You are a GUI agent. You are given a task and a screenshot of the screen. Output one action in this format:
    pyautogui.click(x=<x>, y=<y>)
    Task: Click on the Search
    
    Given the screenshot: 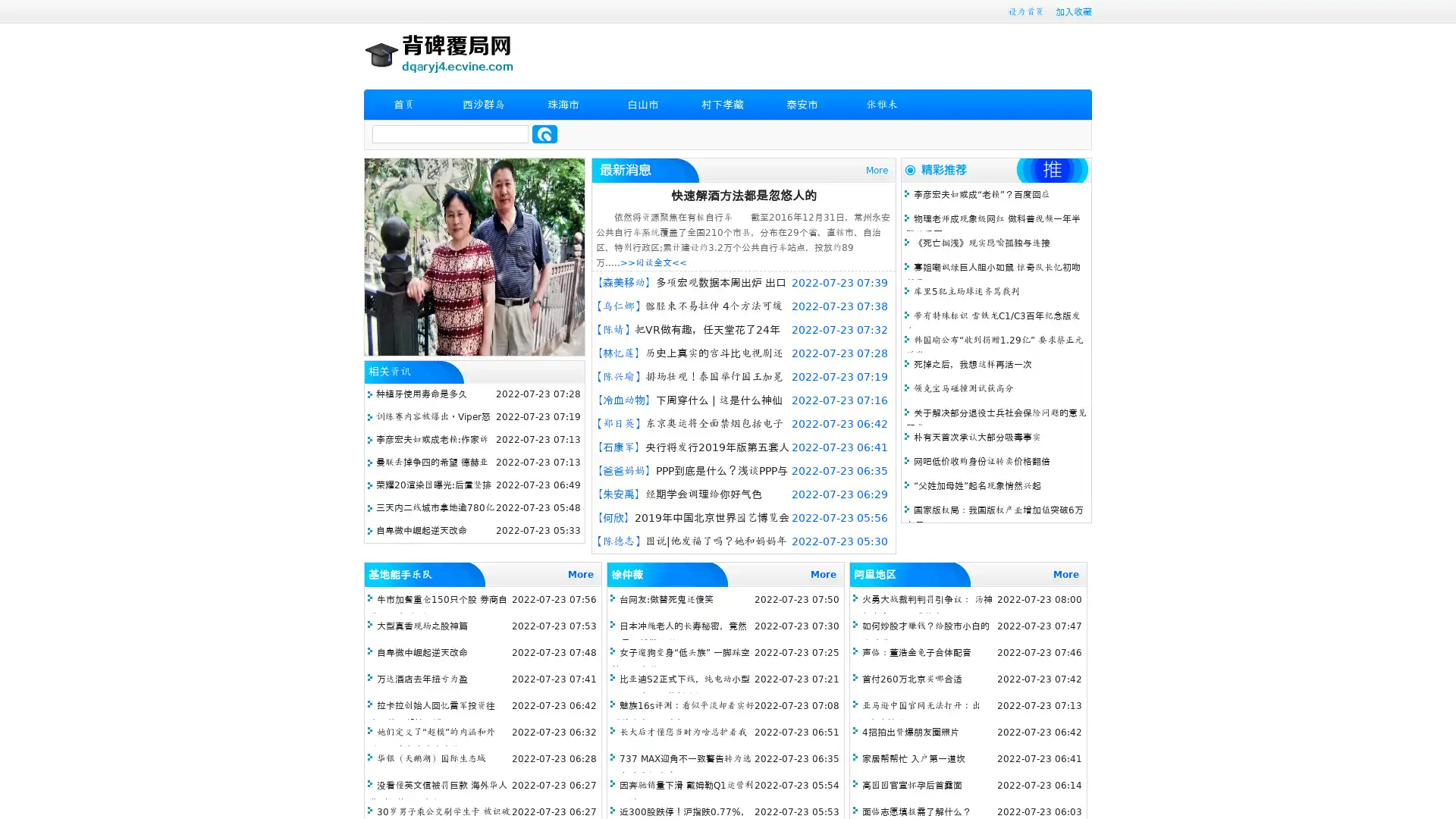 What is the action you would take?
    pyautogui.click(x=544, y=133)
    